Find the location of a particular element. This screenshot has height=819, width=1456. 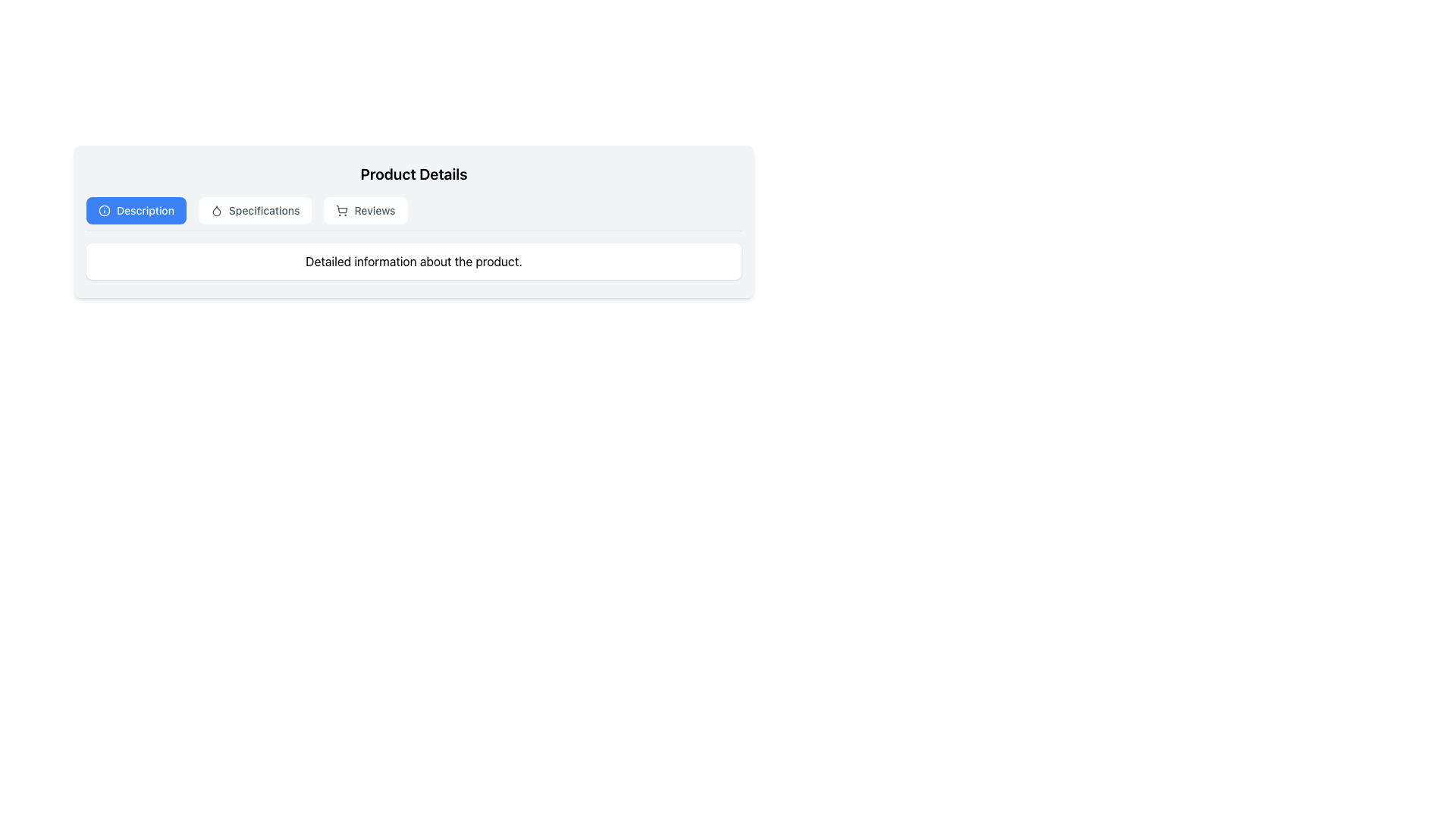

the Text display panel that displays detailed information about the product, located below the tabs labeled 'Description', 'Specifications', and 'Reviews' is located at coordinates (414, 260).